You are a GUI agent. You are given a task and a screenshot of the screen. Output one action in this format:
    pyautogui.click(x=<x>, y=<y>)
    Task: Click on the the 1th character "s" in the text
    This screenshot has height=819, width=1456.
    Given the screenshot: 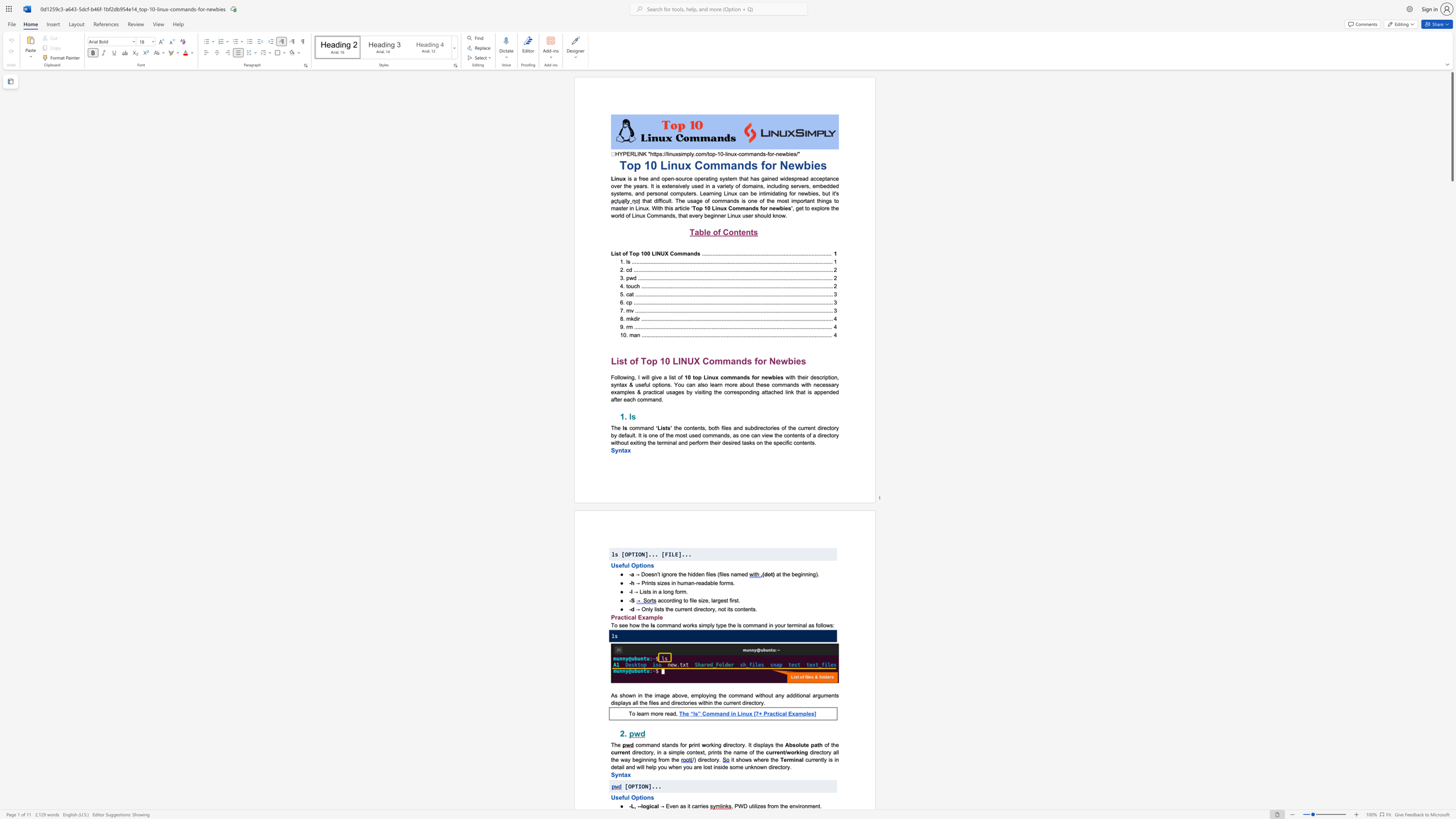 What is the action you would take?
    pyautogui.click(x=645, y=591)
    